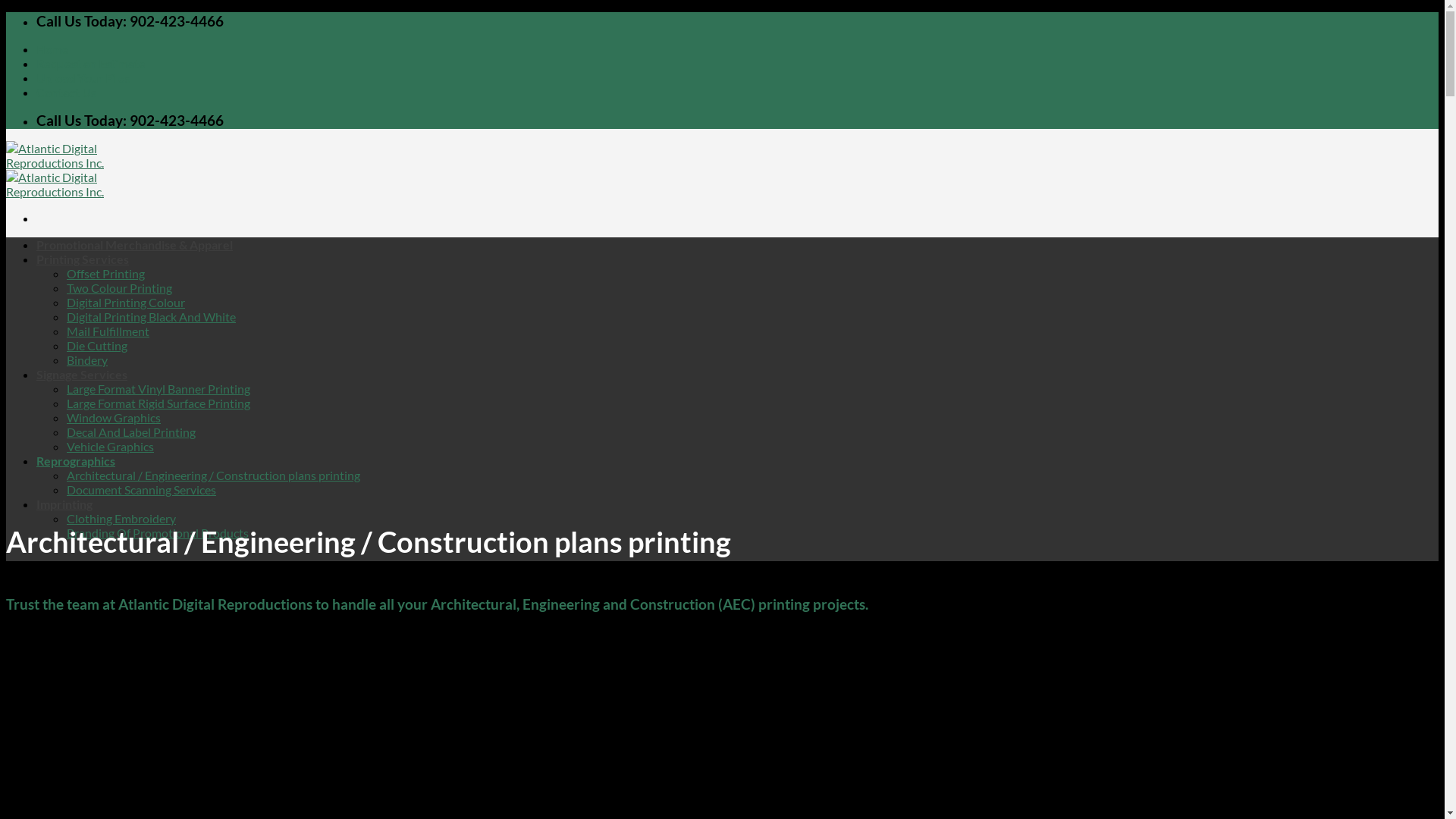 The image size is (1456, 819). I want to click on 'Home', so click(36, 48).